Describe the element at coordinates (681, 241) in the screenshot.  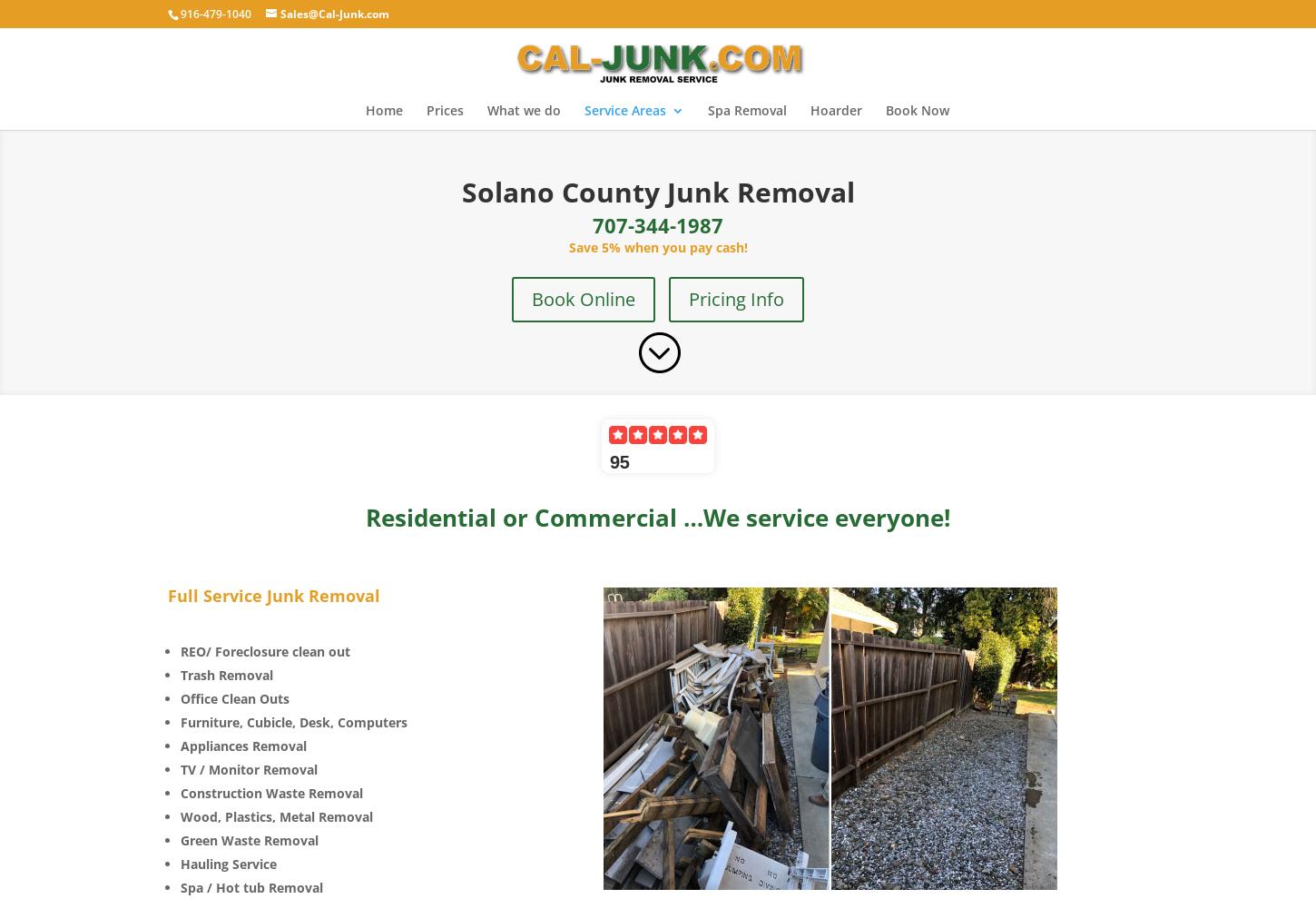
I see `'San Joaquin County'` at that location.